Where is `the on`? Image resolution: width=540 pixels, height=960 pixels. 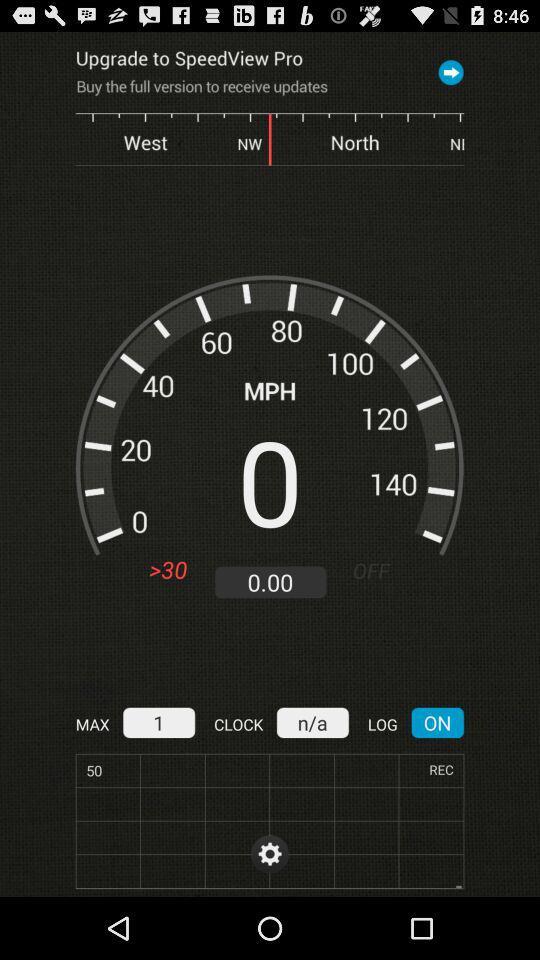
the on is located at coordinates (436, 721).